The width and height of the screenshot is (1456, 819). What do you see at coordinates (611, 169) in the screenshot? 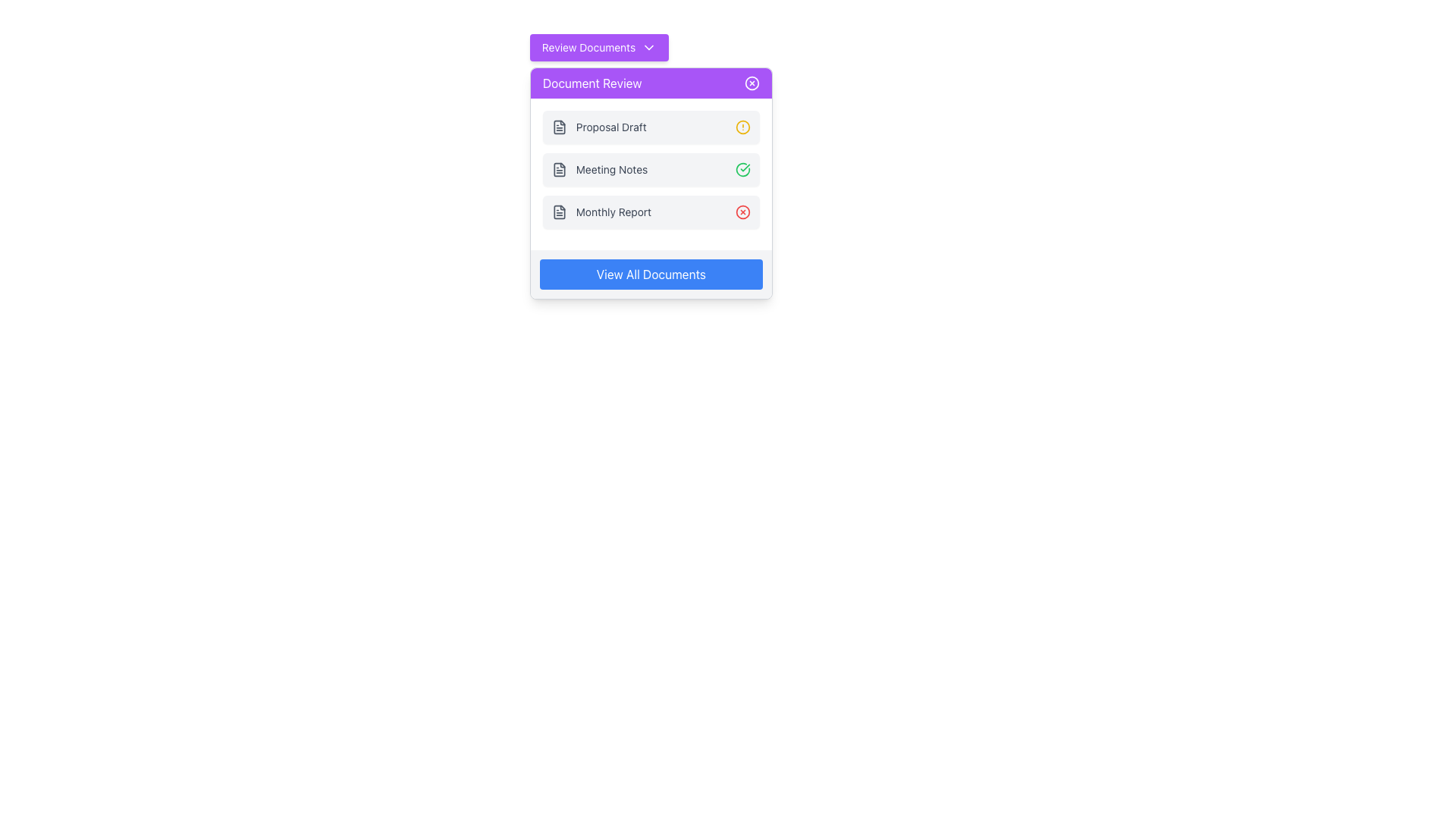
I see `the static text label 'Meeting Notes' which is styled with a small font and gray color, located under the heading 'Document Review' and adjacent to a document icon` at bounding box center [611, 169].